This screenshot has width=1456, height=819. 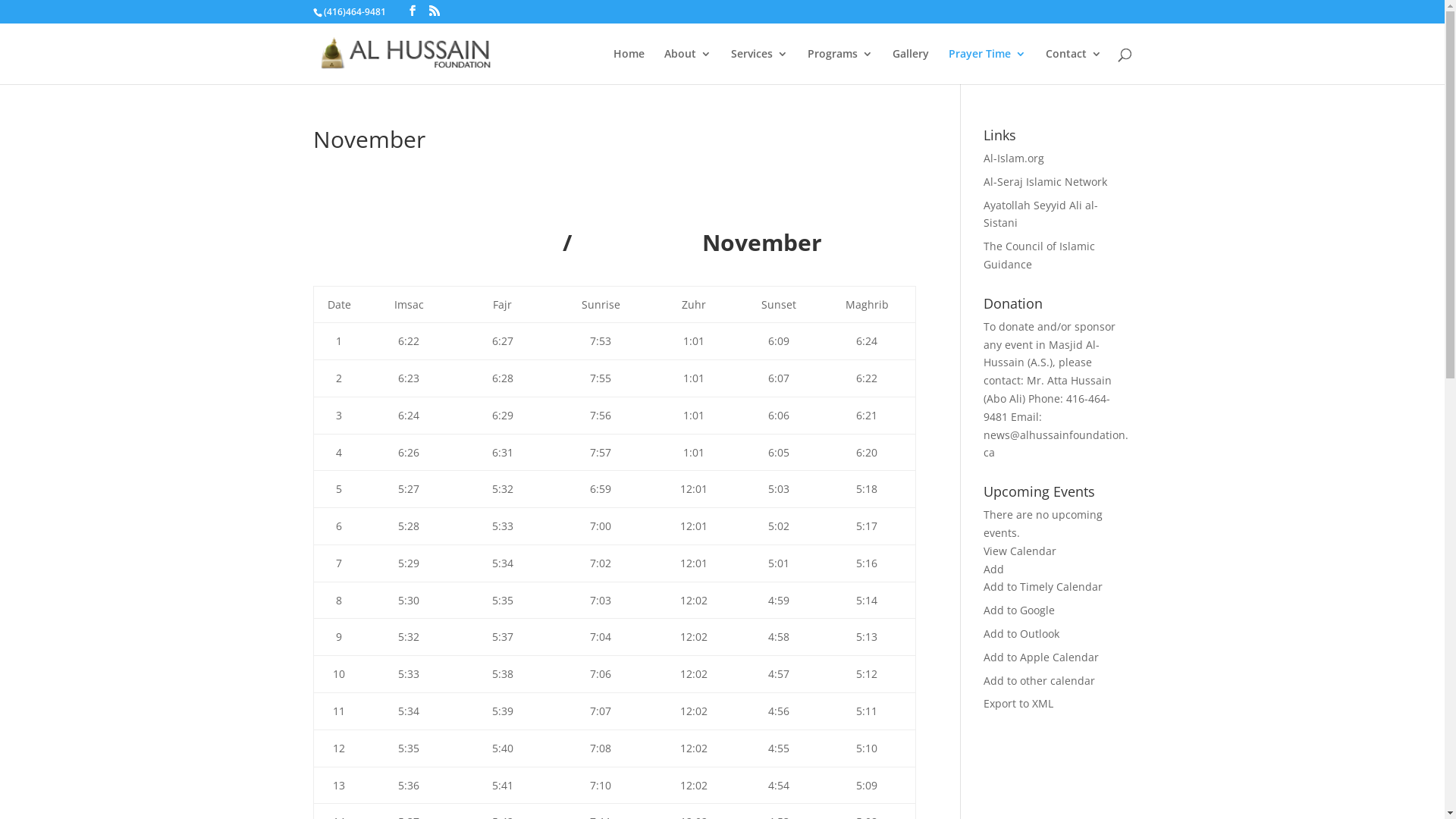 I want to click on 'Programs', so click(x=839, y=65).